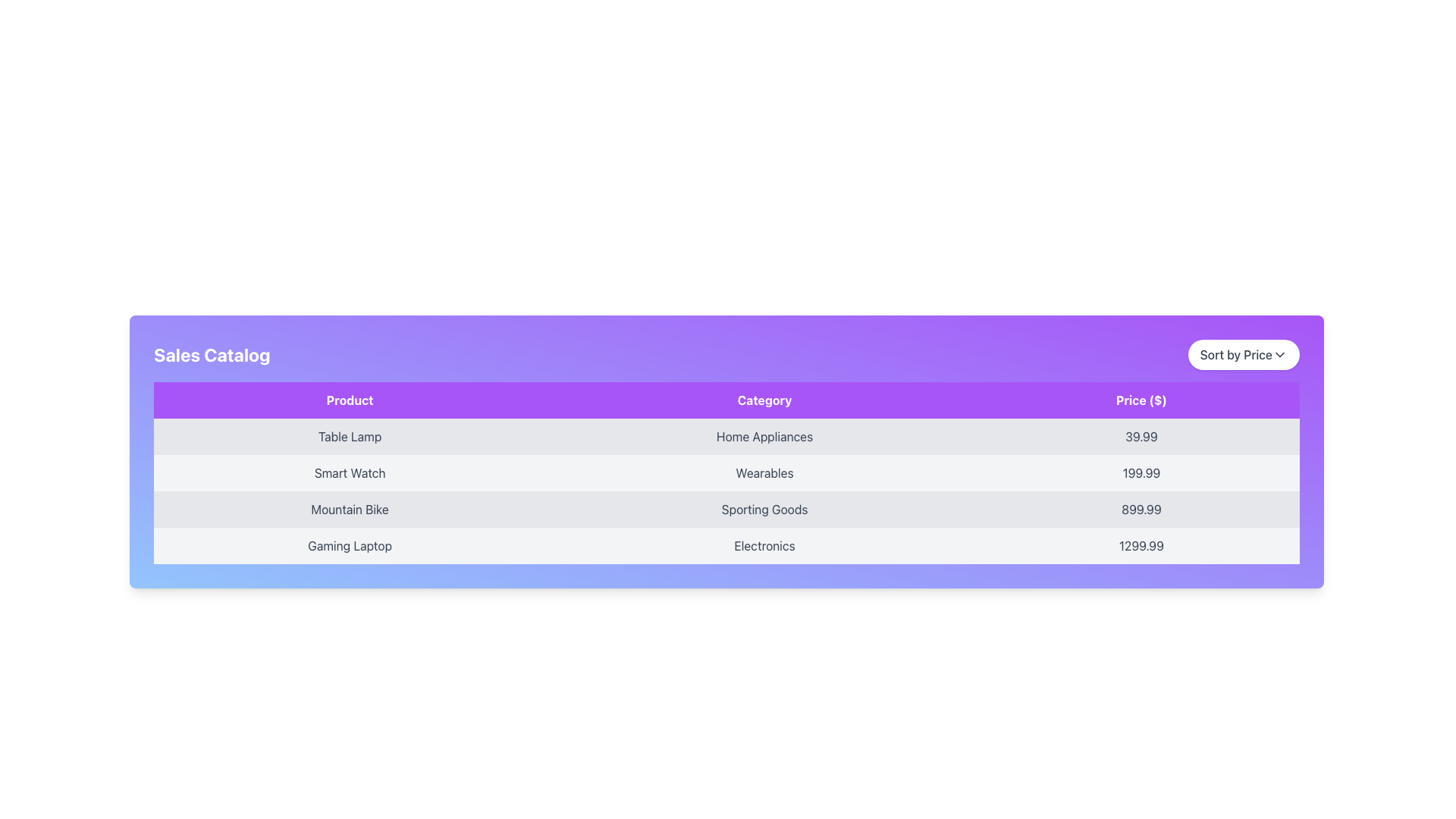  I want to click on the 'Sporting Goods' text label, which is centrally located in the second column of the third row under the 'Category' header in a tabular layout, so click(764, 509).